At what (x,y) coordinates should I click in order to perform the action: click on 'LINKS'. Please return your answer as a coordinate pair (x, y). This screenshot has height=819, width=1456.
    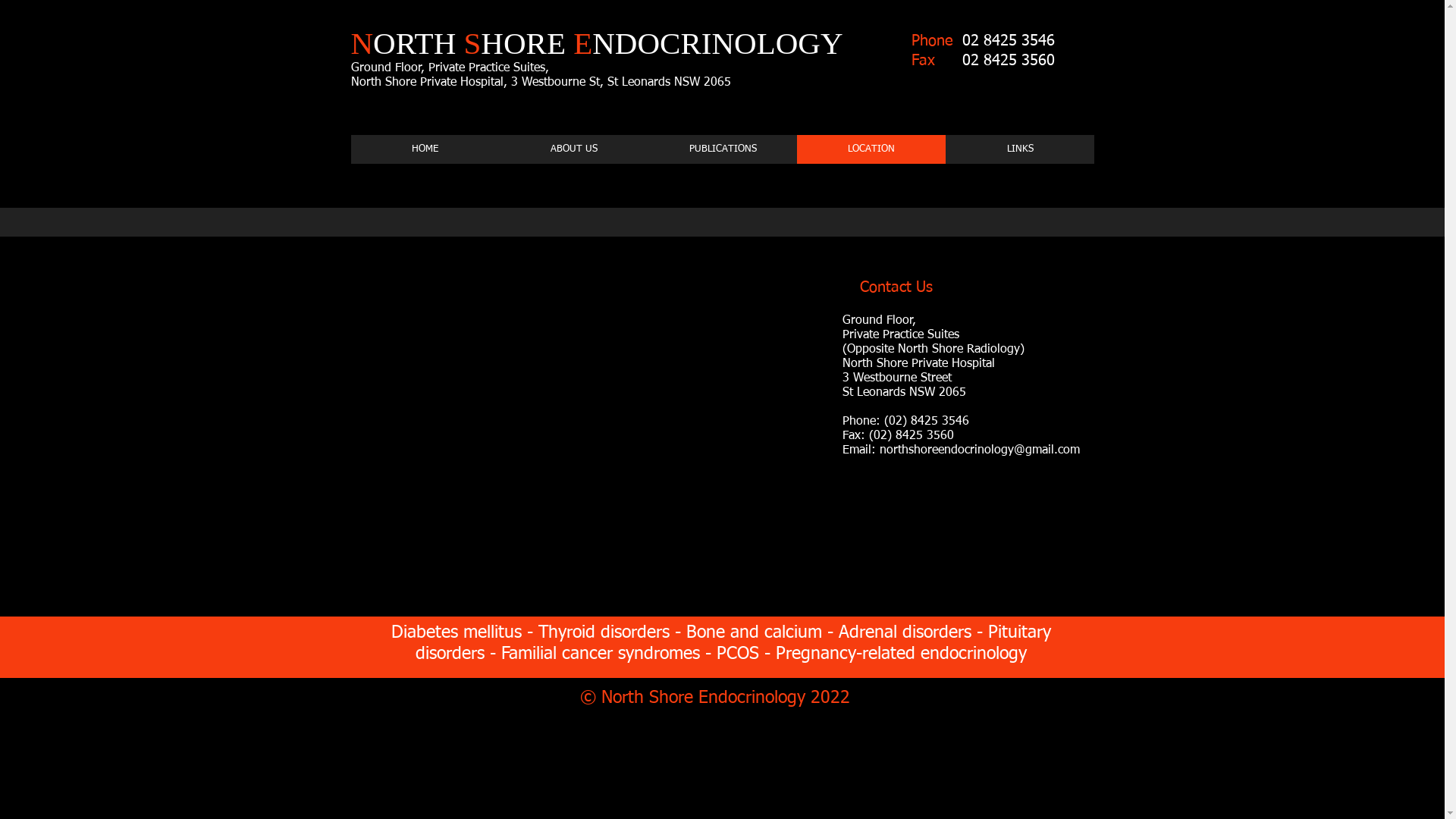
    Looking at the image, I should click on (1019, 149).